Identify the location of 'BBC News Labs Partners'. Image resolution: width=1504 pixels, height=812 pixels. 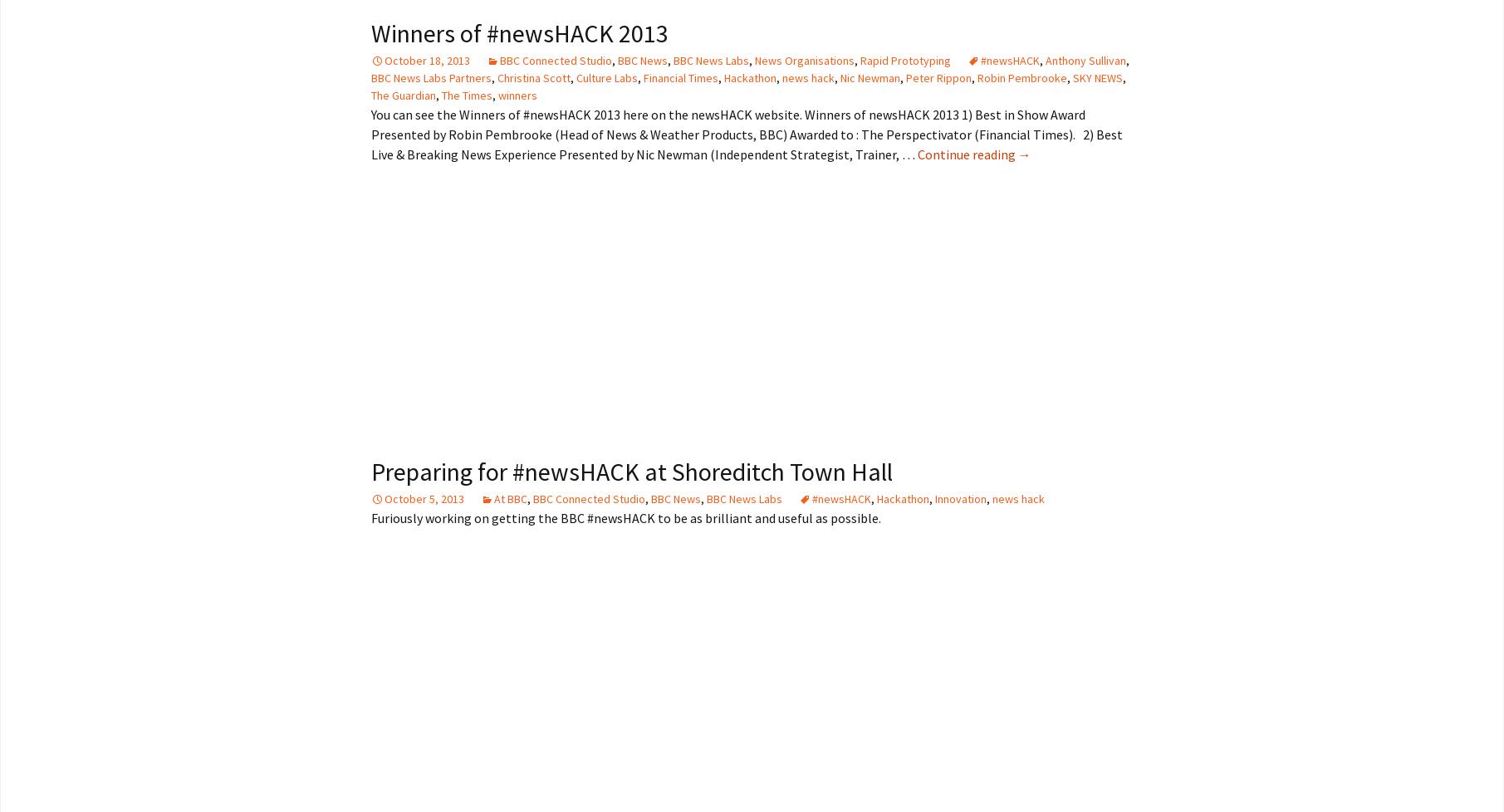
(429, 77).